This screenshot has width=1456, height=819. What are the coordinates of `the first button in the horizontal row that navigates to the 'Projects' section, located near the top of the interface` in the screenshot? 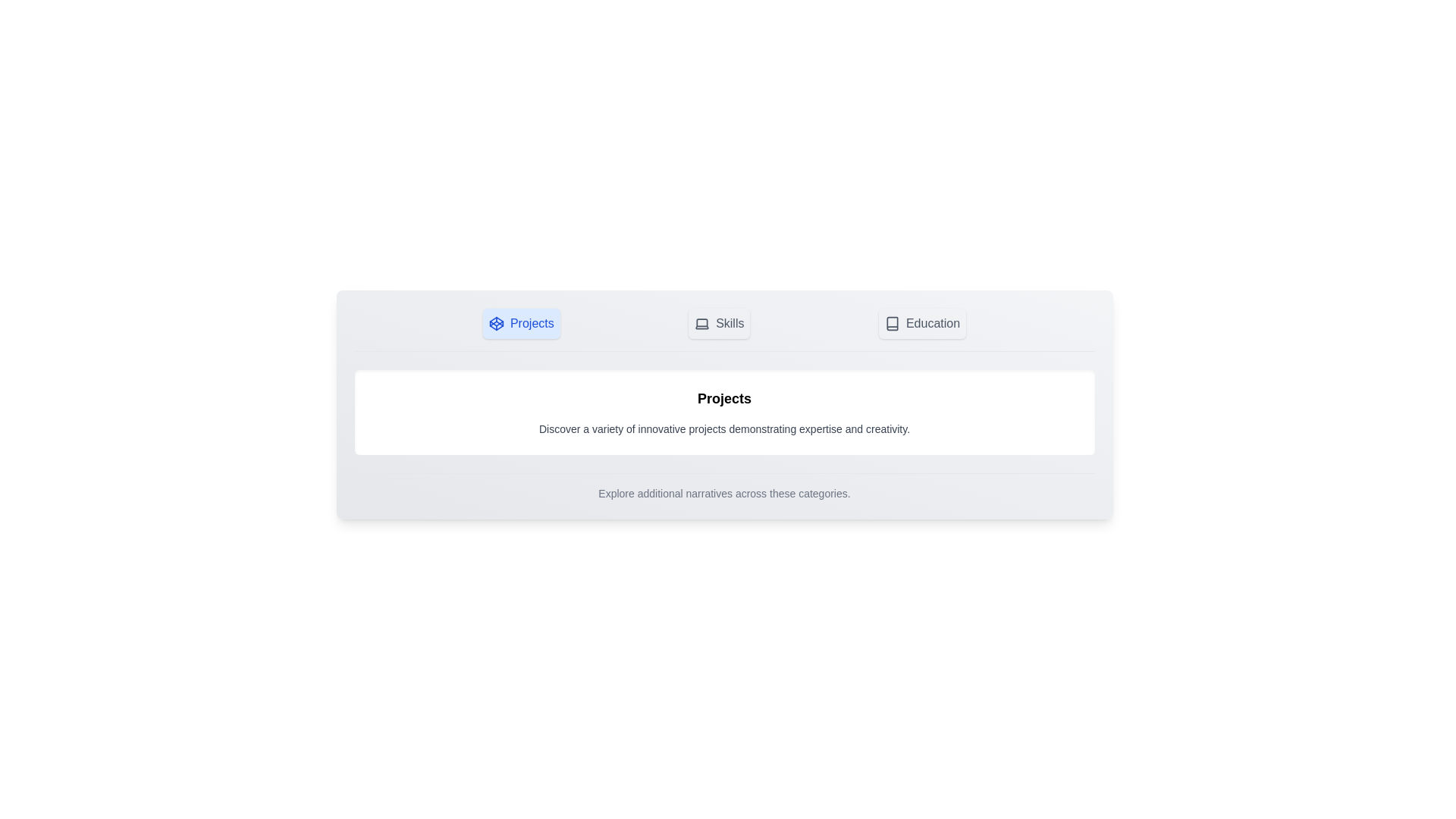 It's located at (521, 323).